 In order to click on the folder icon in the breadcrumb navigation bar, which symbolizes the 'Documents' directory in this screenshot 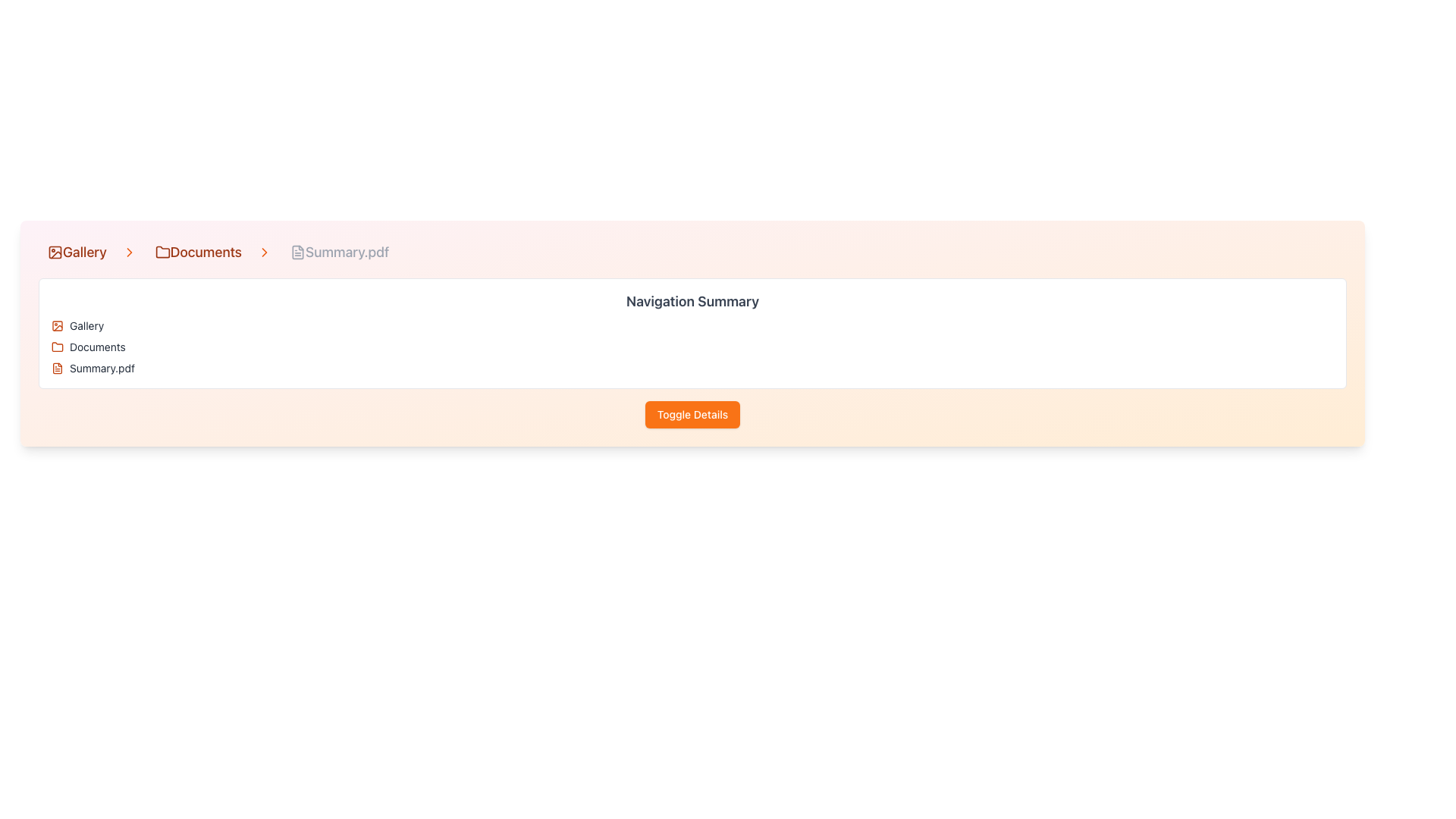, I will do `click(58, 346)`.